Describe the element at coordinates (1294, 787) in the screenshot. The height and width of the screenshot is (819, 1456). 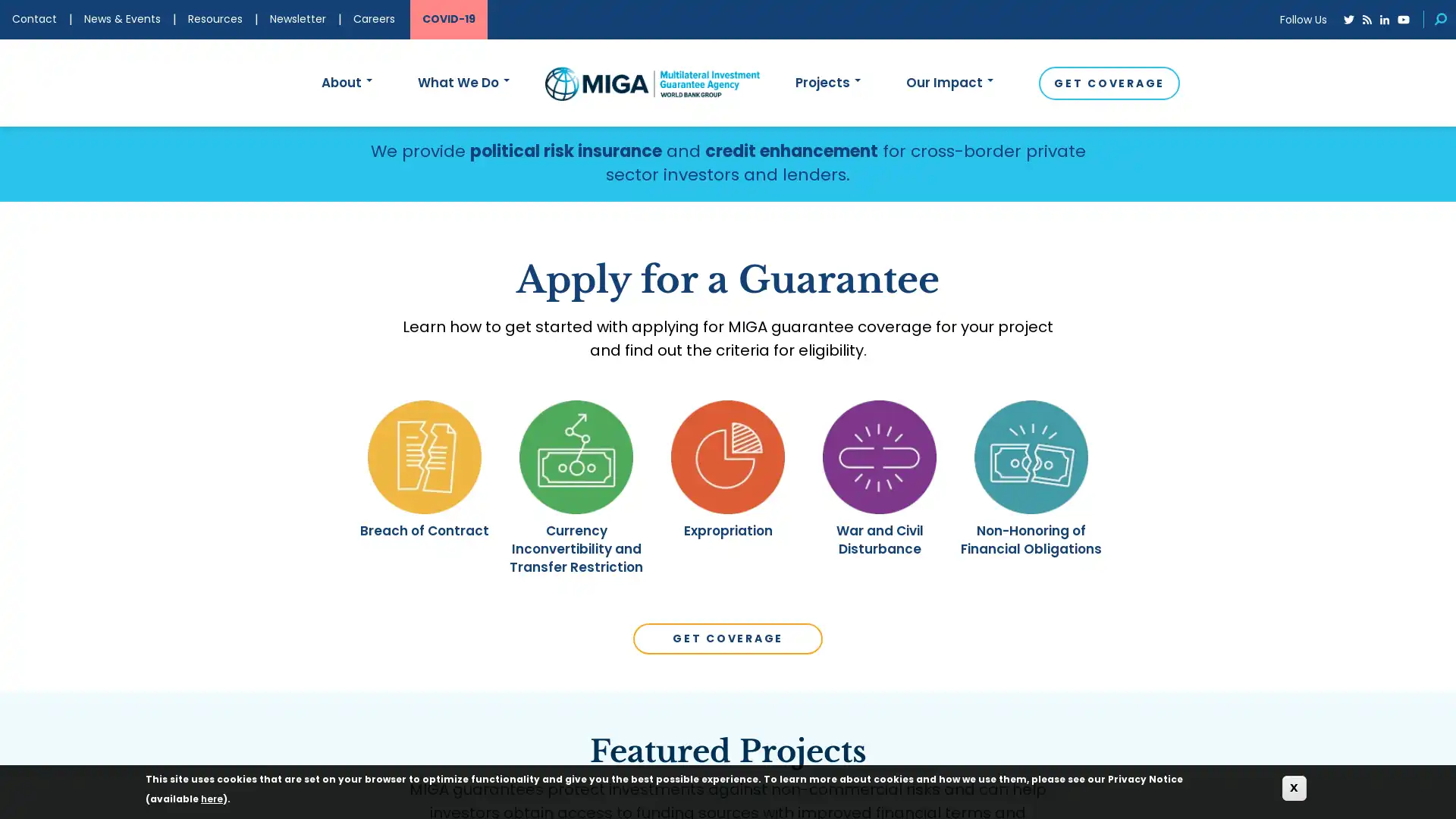
I see `X` at that location.